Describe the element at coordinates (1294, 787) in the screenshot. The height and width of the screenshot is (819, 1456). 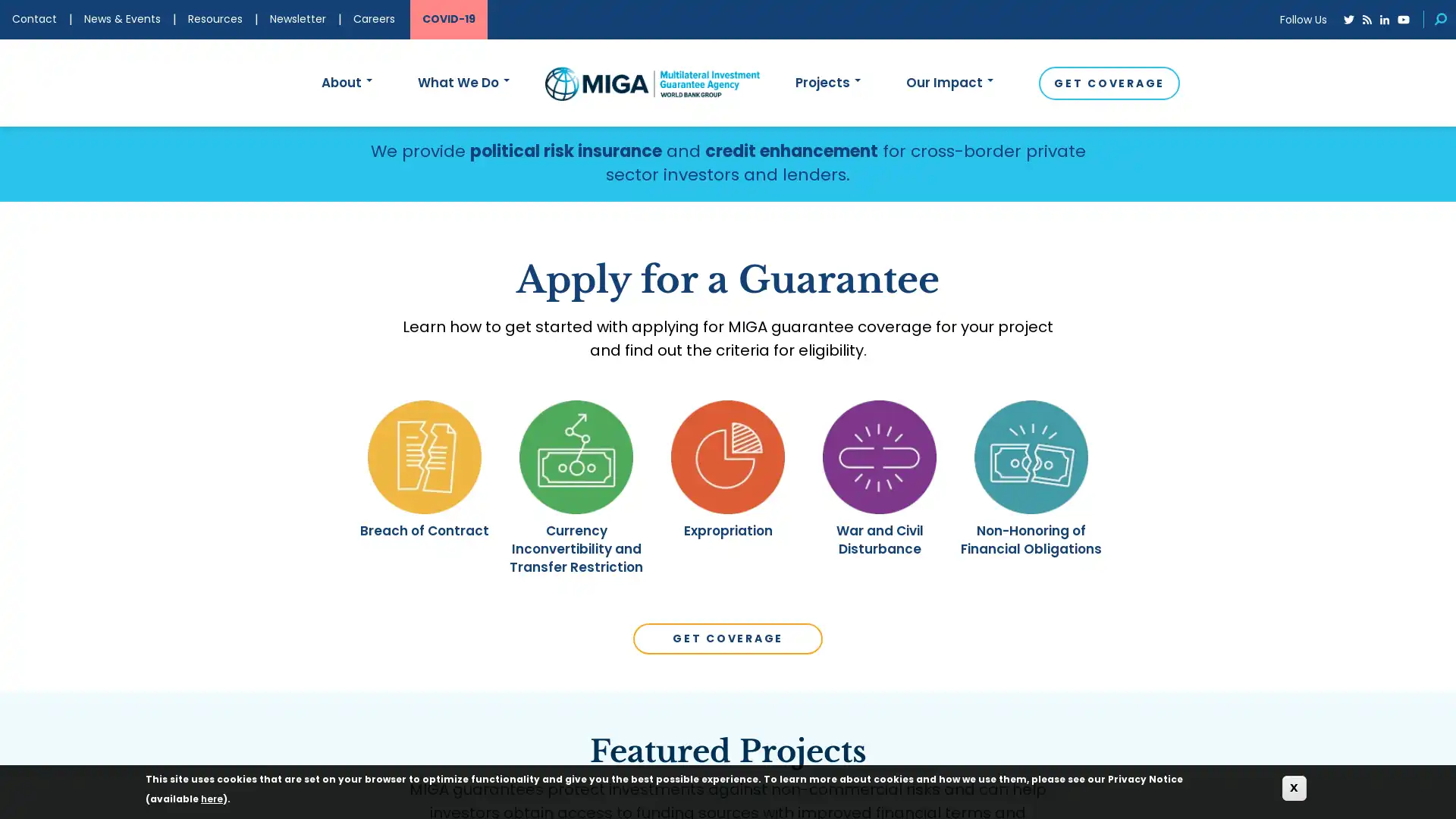
I see `X` at that location.